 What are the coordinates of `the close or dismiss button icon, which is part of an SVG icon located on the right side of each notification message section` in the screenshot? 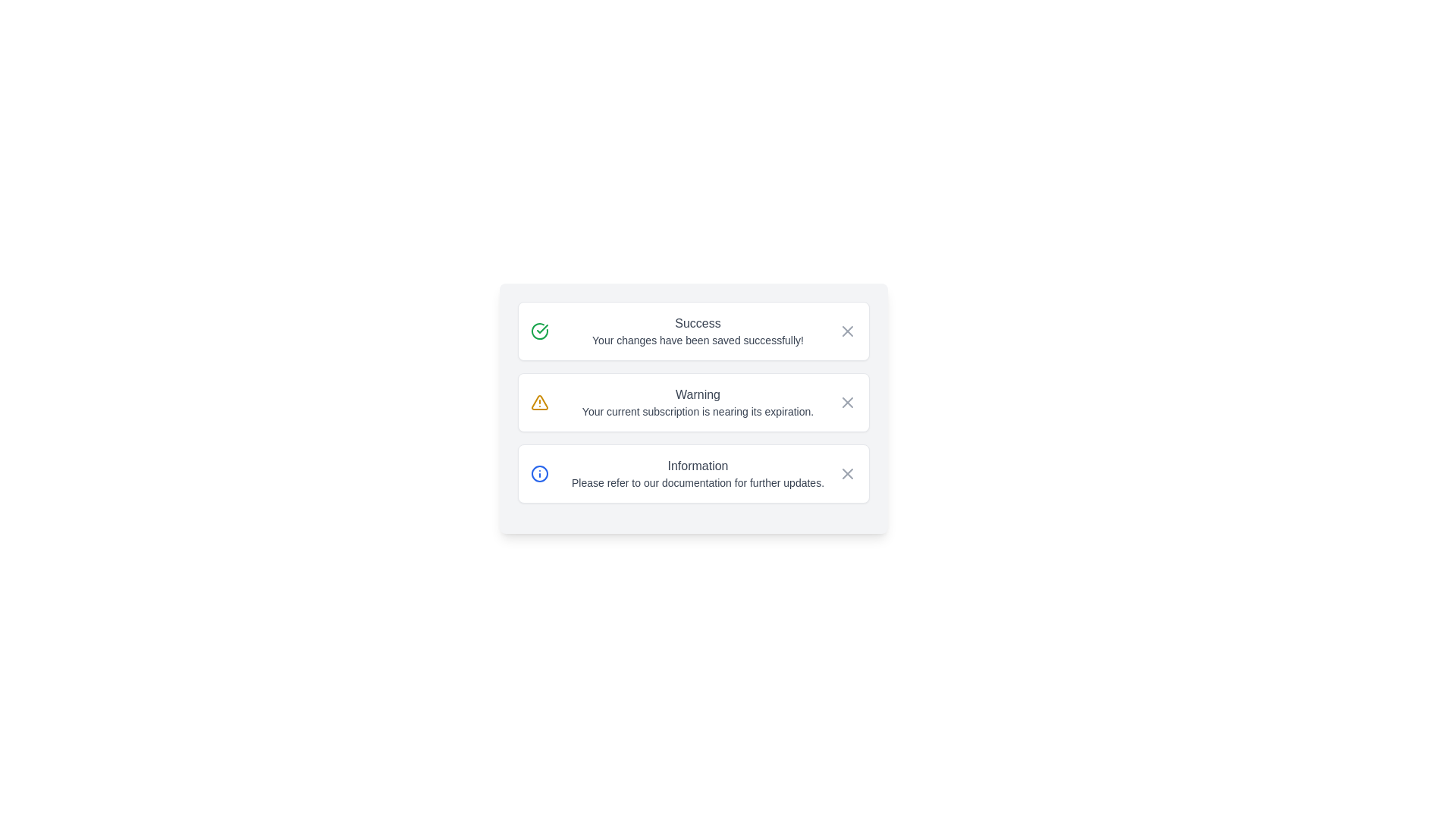 It's located at (846, 472).